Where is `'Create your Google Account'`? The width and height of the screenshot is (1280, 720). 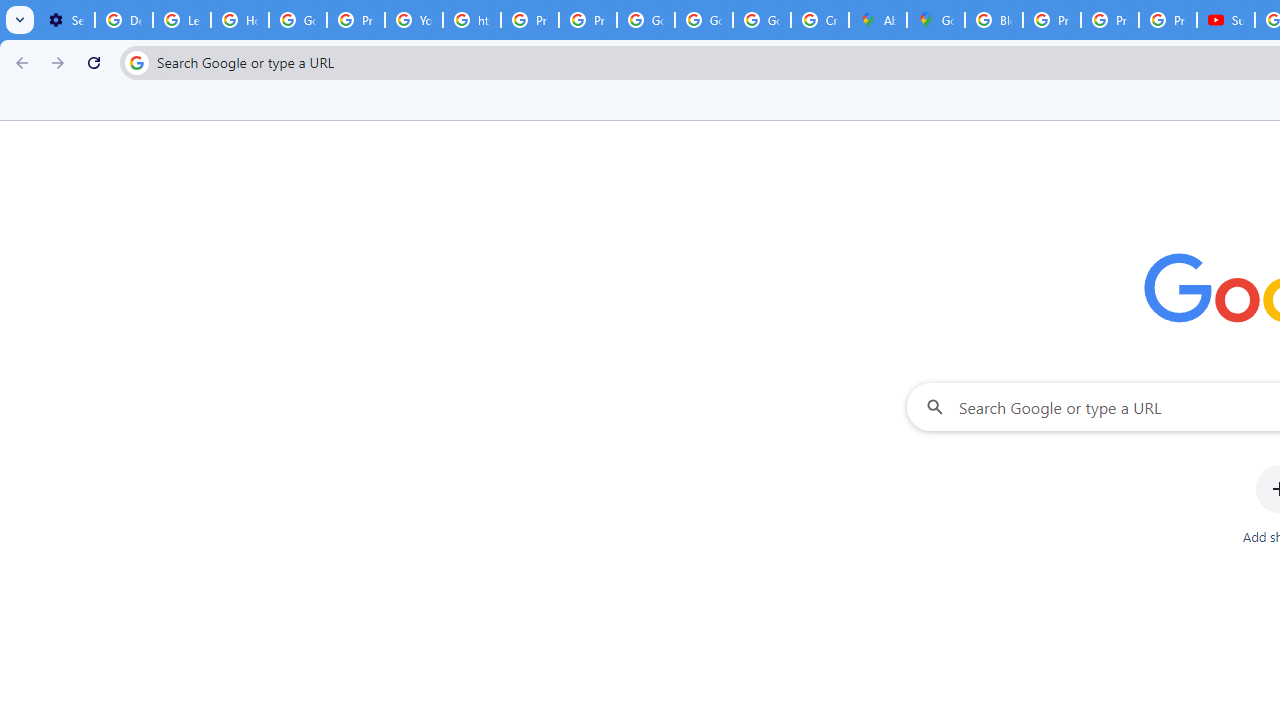 'Create your Google Account' is located at coordinates (819, 20).